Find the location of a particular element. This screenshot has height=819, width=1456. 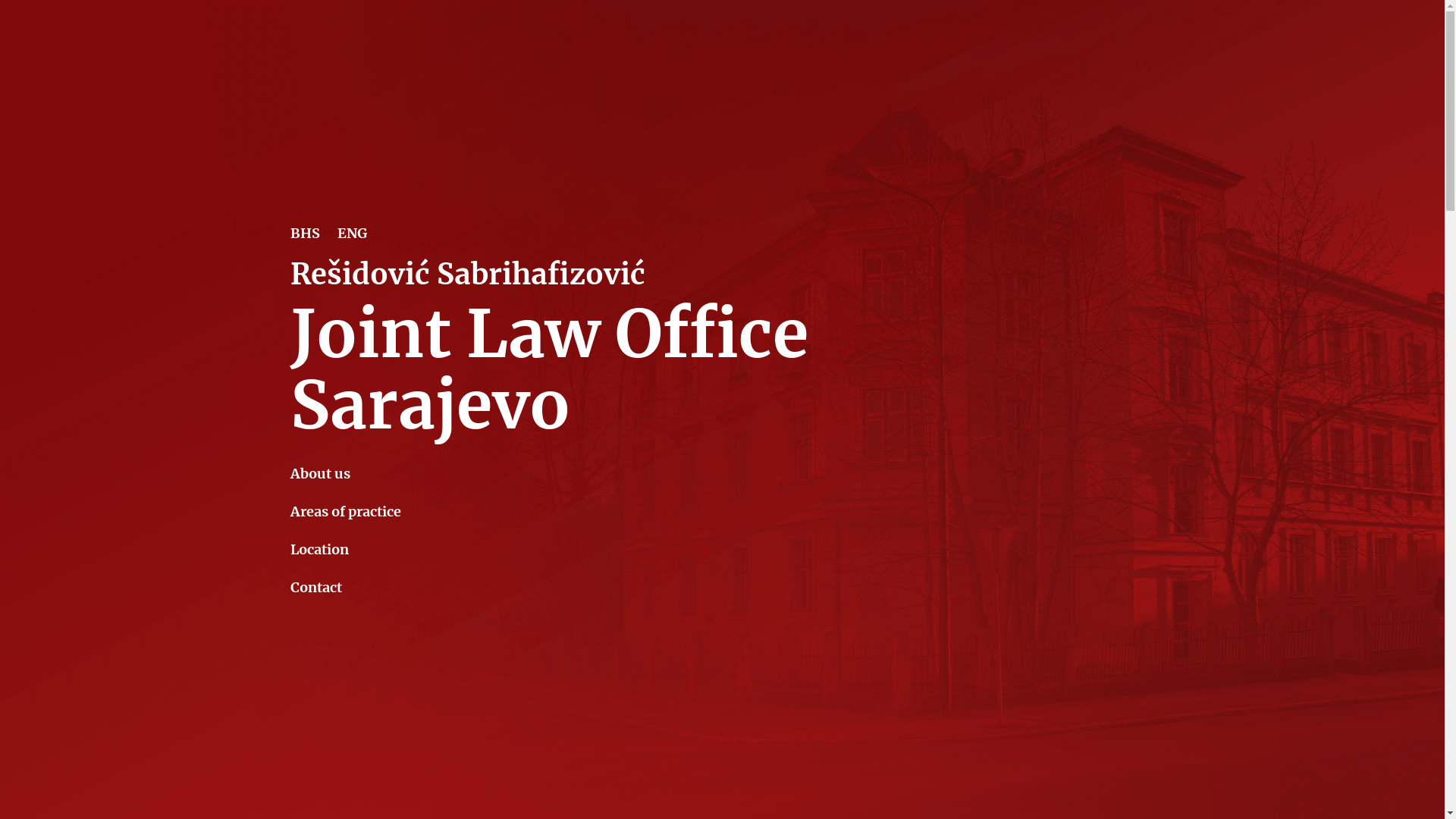

'Location' is located at coordinates (344, 550).